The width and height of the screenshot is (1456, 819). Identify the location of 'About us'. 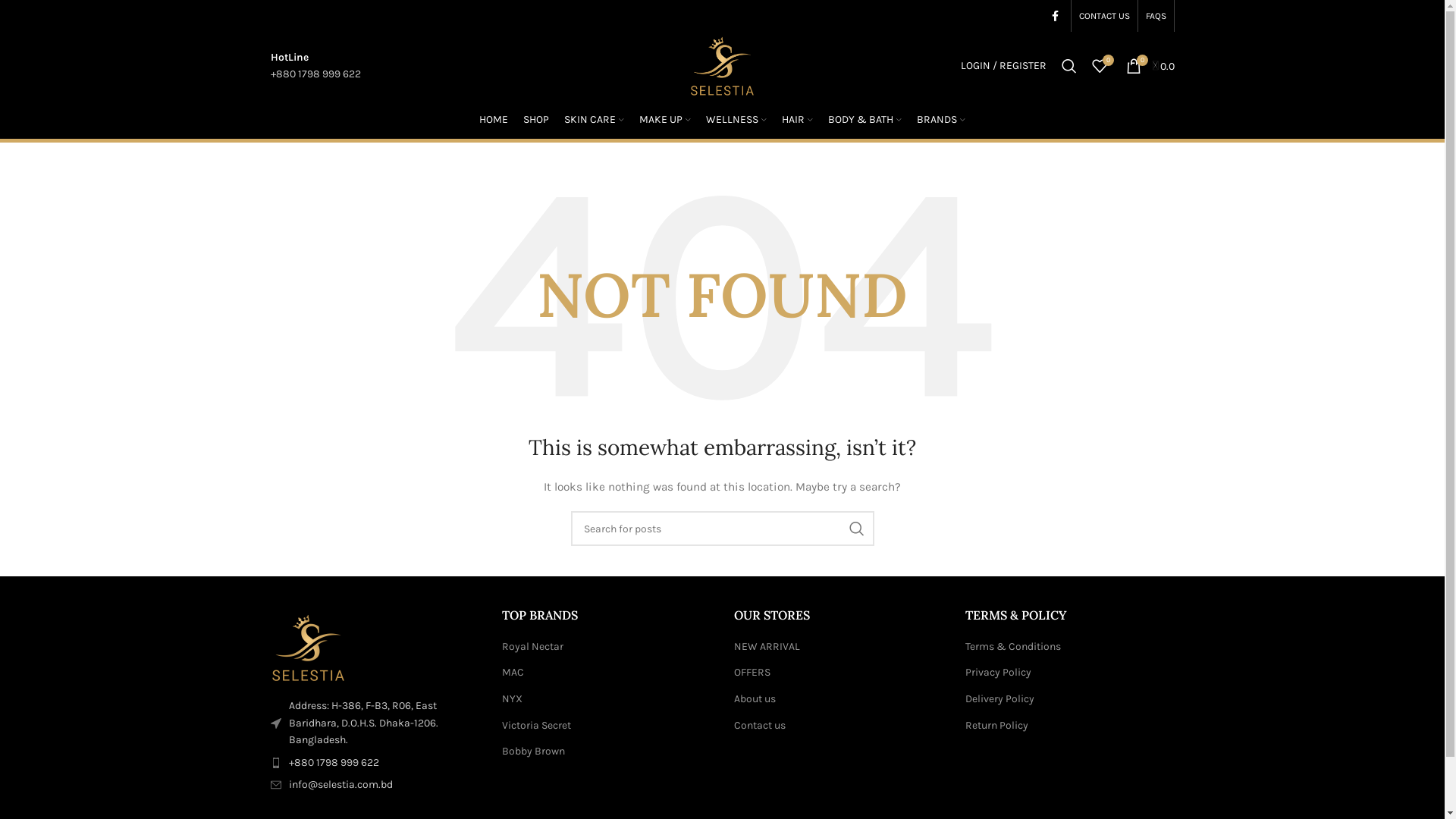
(734, 698).